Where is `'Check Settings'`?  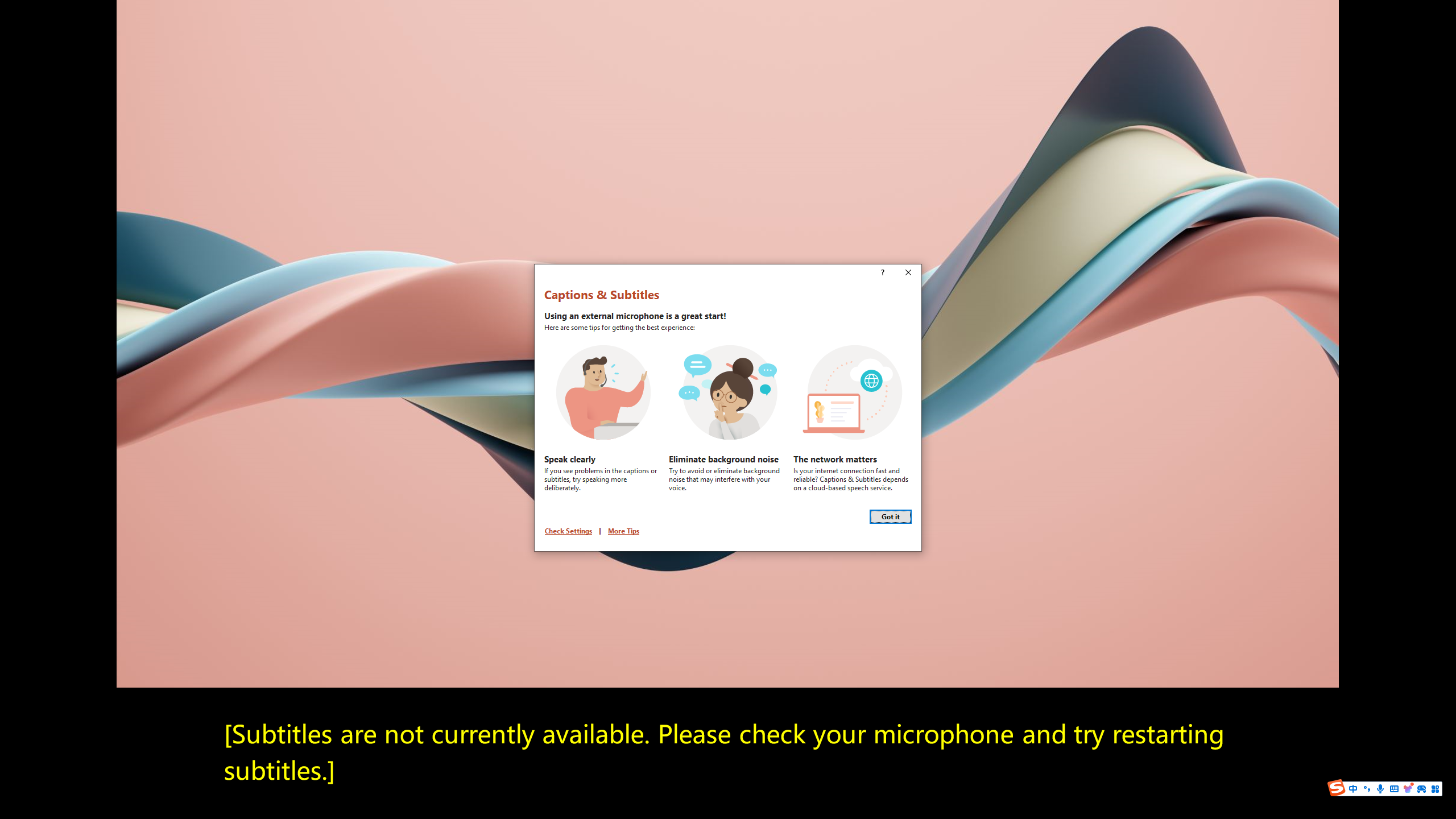
'Check Settings' is located at coordinates (568, 530).